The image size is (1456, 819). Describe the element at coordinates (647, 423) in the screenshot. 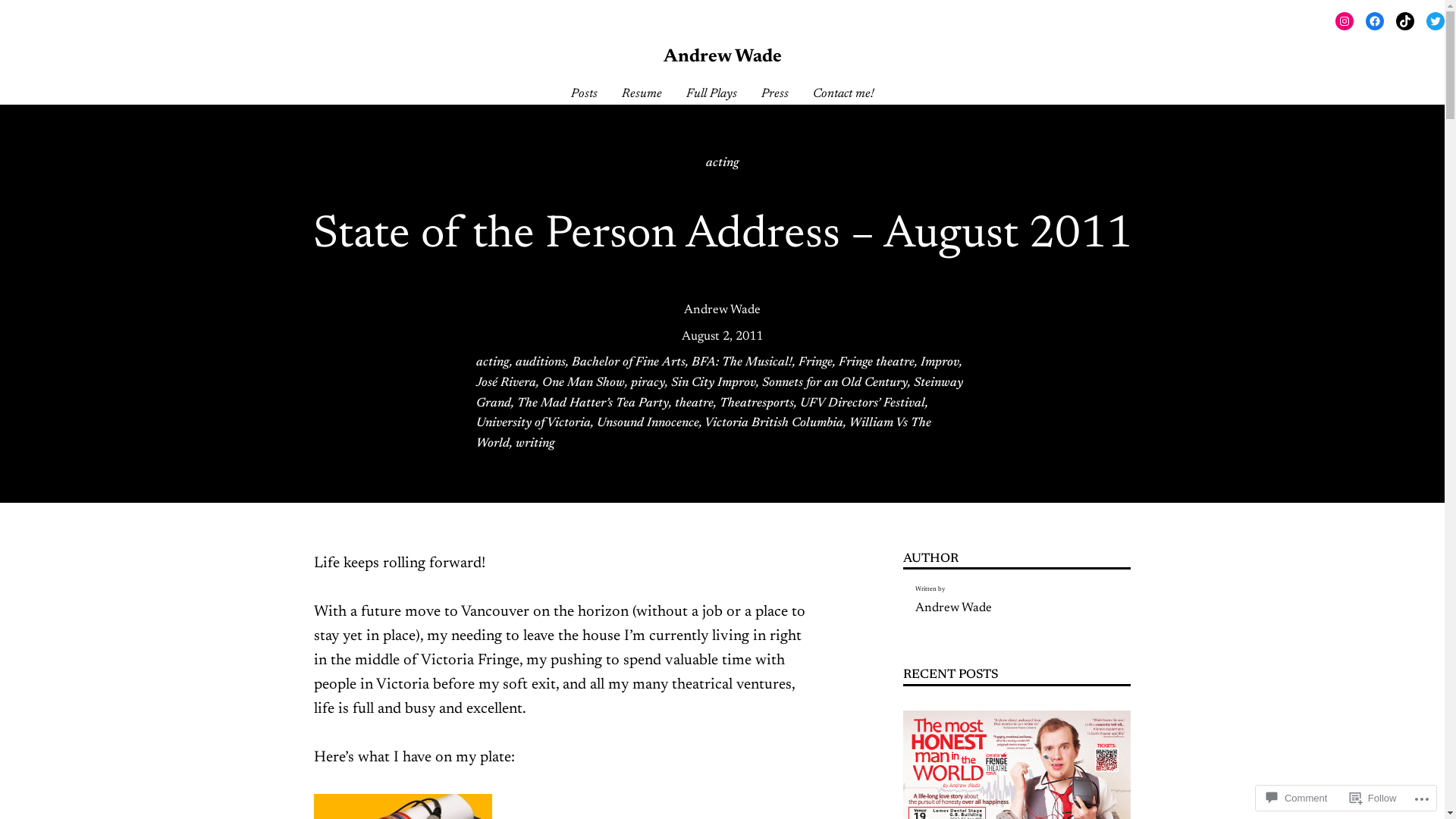

I see `'Unsound Innocence'` at that location.